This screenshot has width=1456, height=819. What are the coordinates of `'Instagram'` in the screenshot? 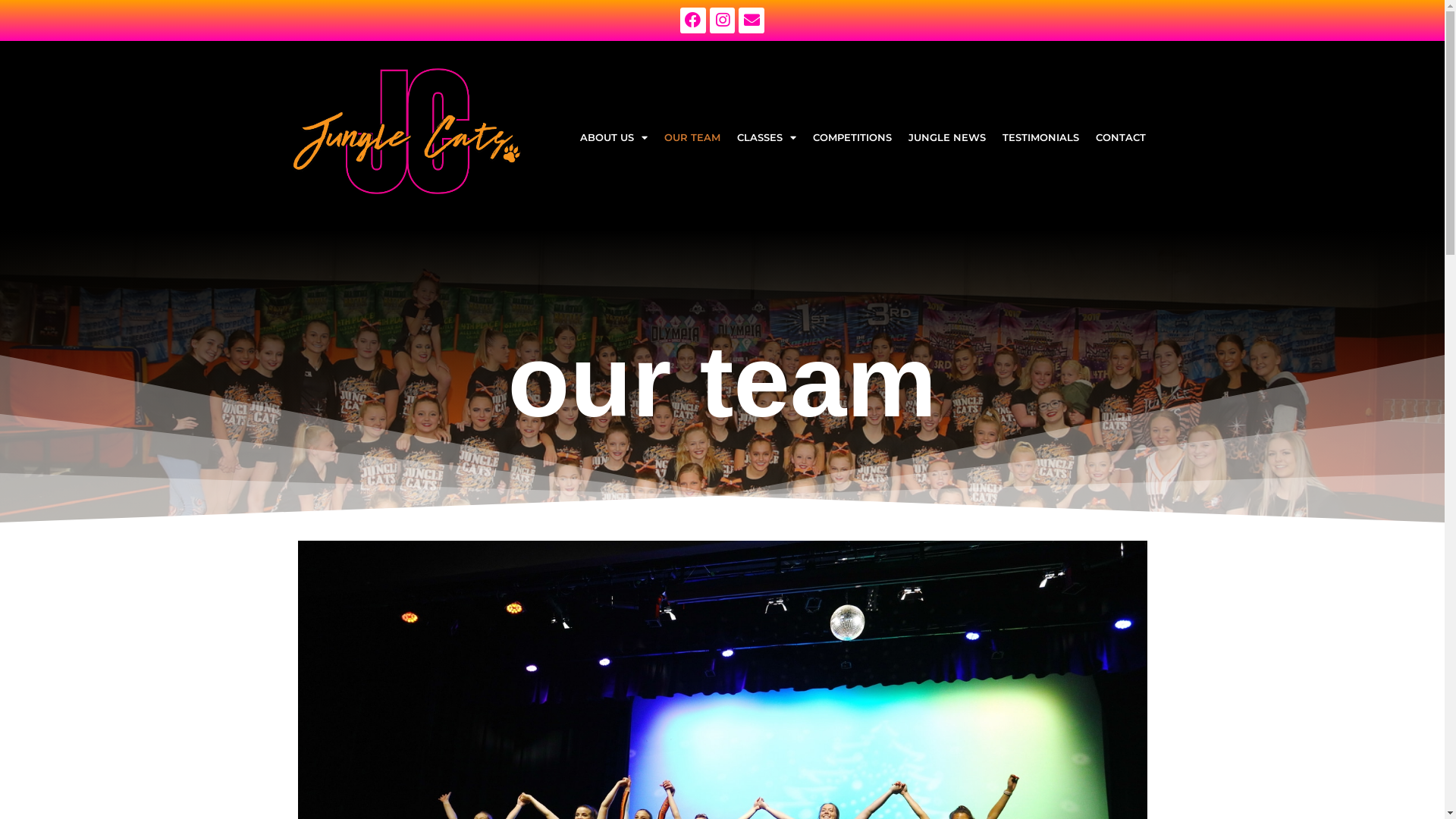 It's located at (709, 20).